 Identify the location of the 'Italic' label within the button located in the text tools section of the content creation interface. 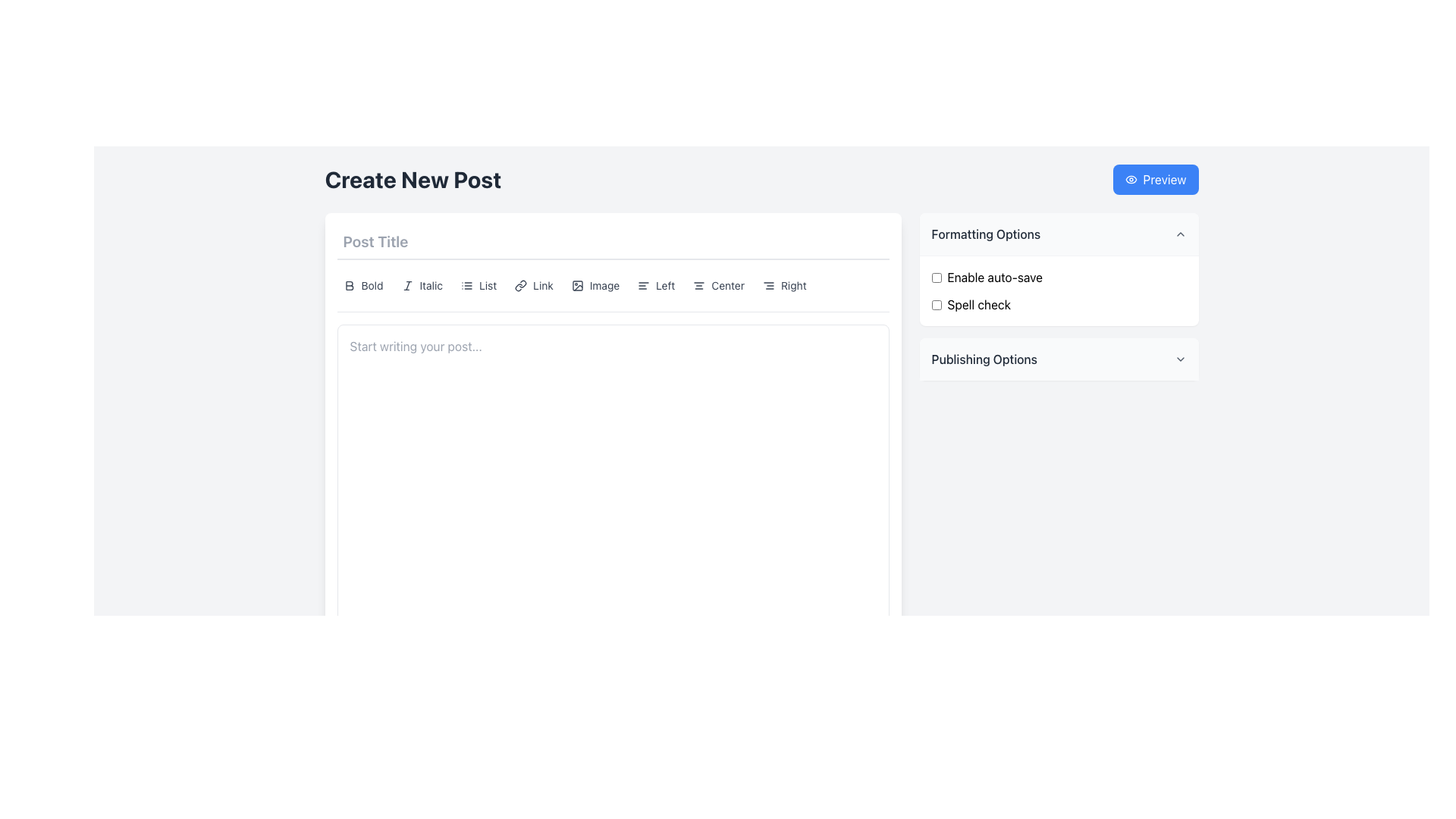
(430, 286).